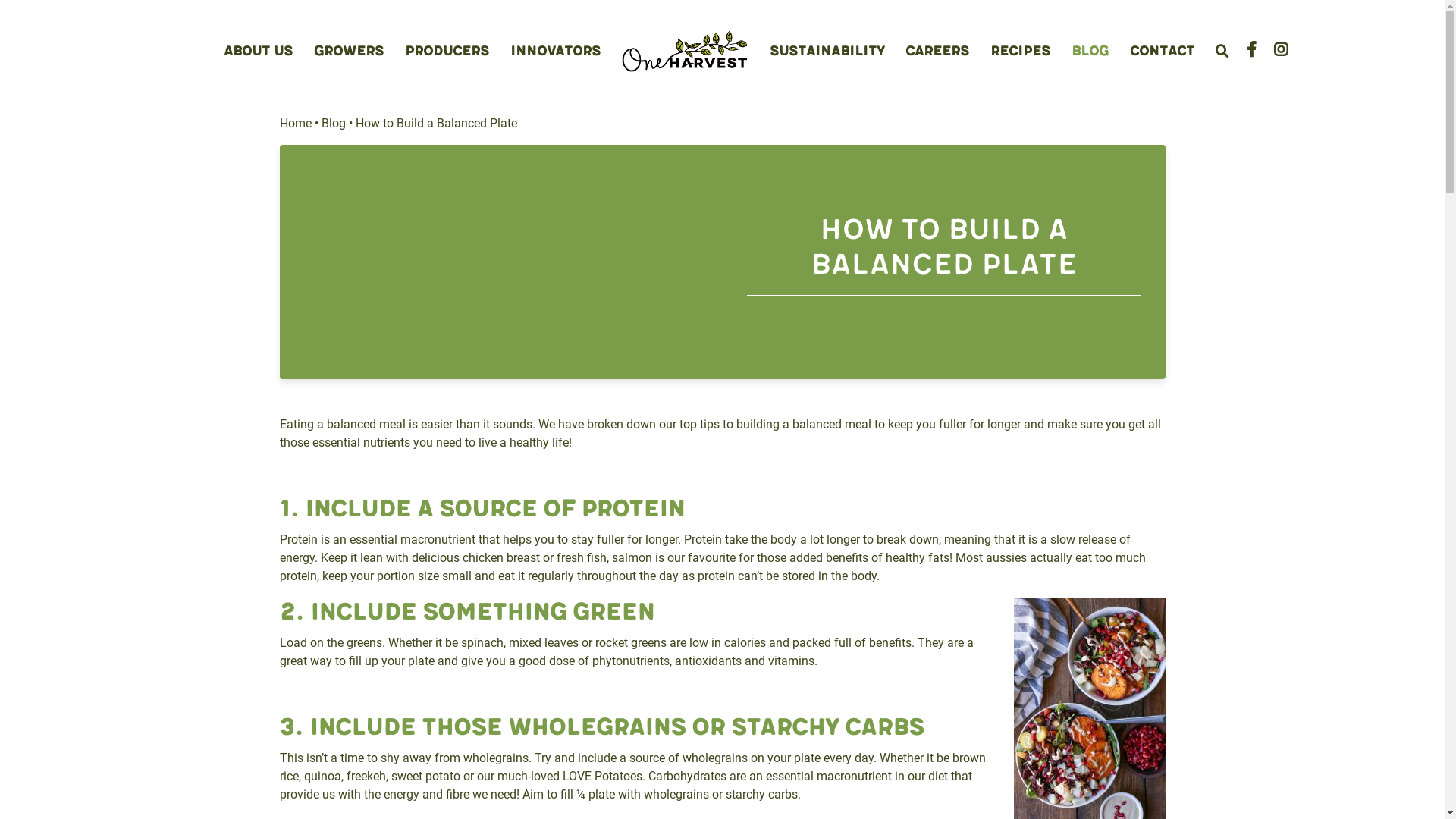  I want to click on 'Blog', so click(320, 122).